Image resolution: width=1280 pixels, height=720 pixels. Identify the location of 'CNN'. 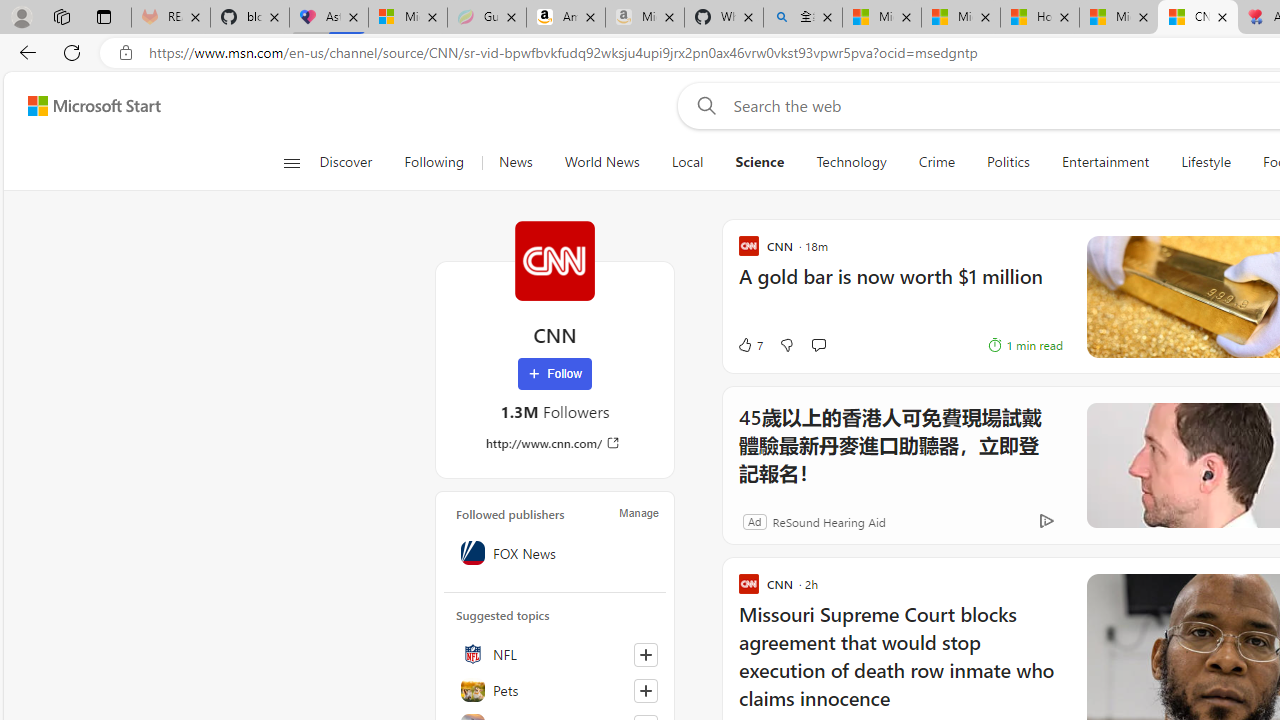
(554, 260).